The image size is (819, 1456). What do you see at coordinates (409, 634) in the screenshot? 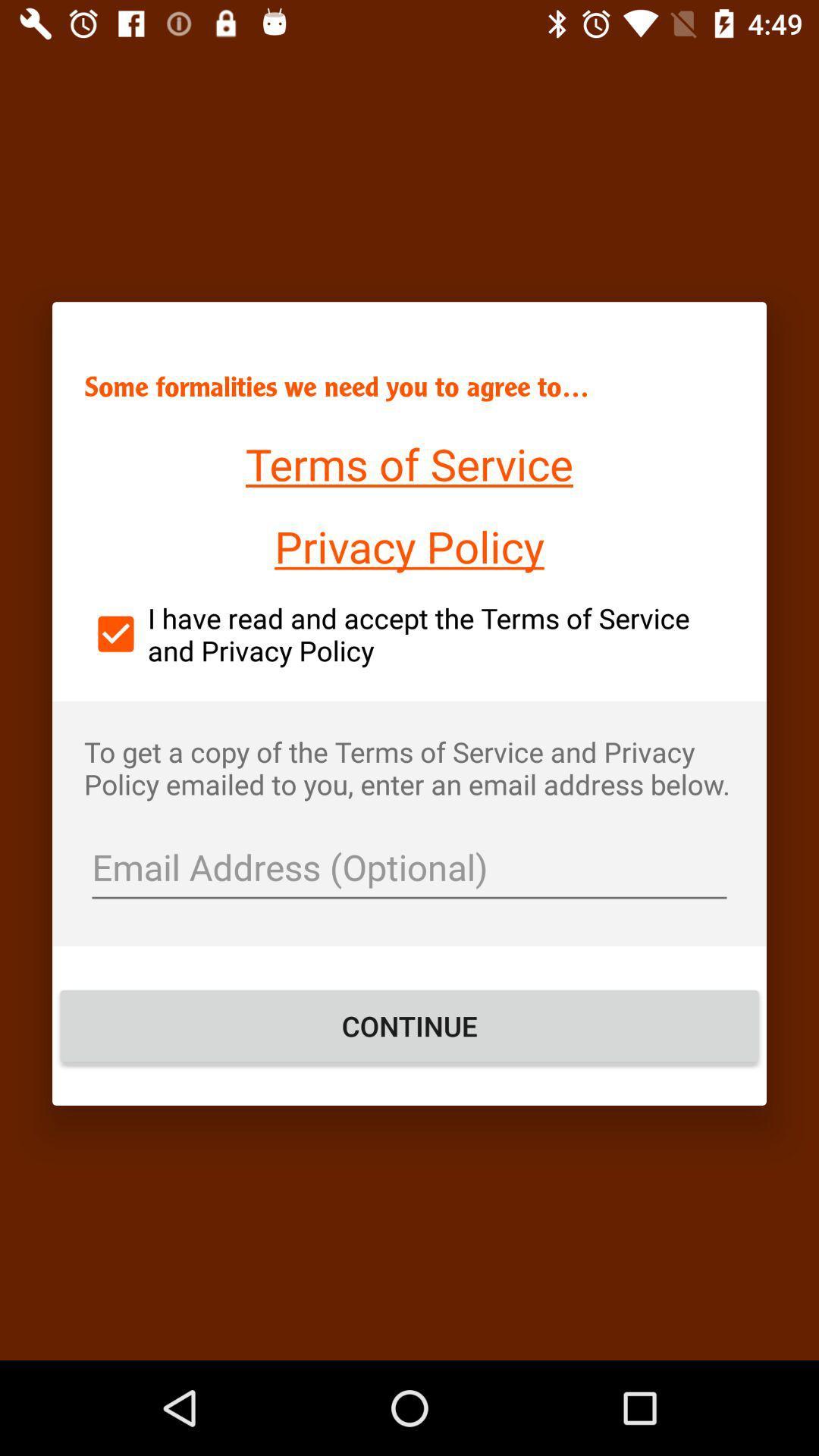
I see `i have read` at bounding box center [409, 634].